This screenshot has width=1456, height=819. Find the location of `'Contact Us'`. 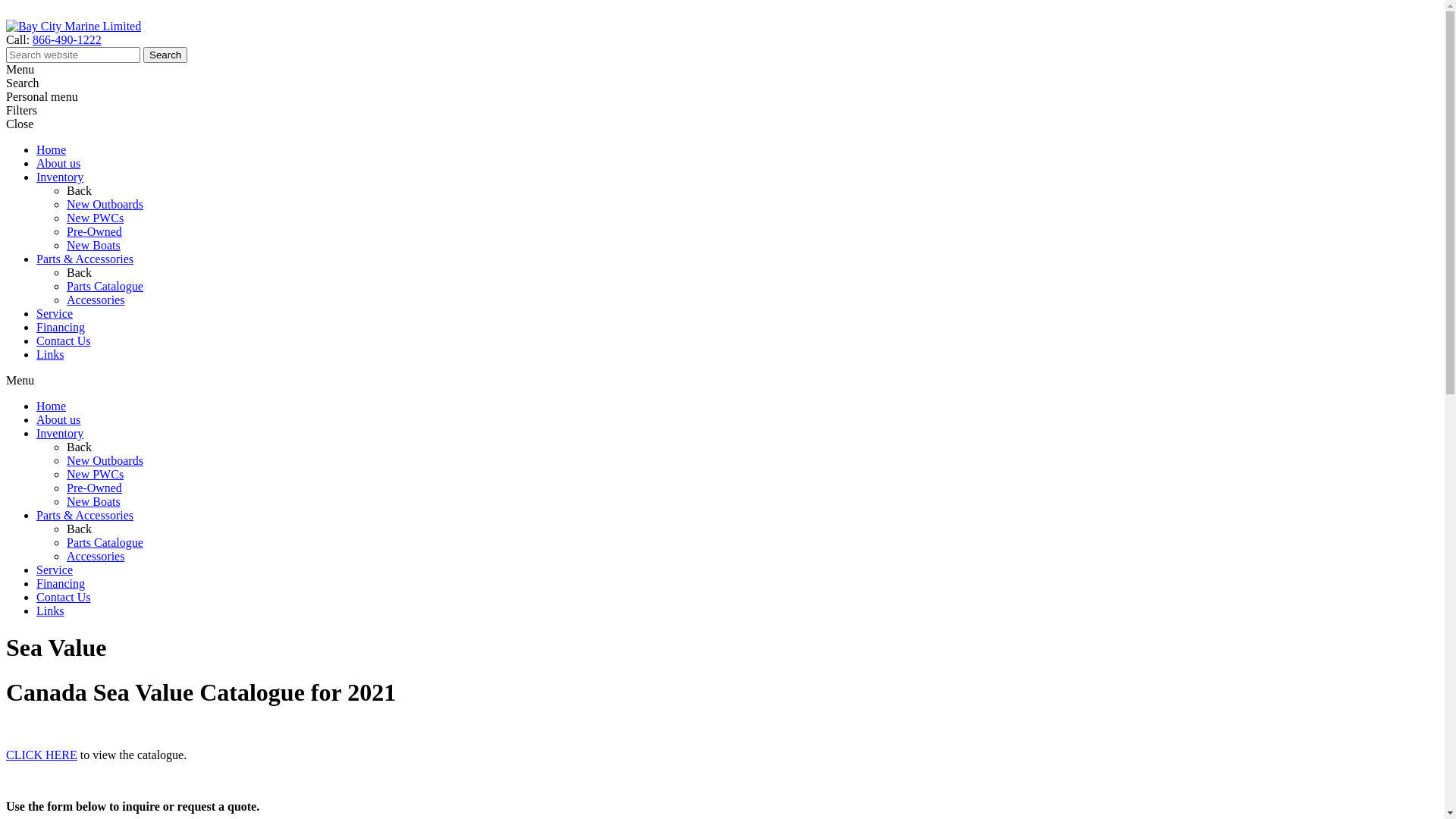

'Contact Us' is located at coordinates (62, 340).